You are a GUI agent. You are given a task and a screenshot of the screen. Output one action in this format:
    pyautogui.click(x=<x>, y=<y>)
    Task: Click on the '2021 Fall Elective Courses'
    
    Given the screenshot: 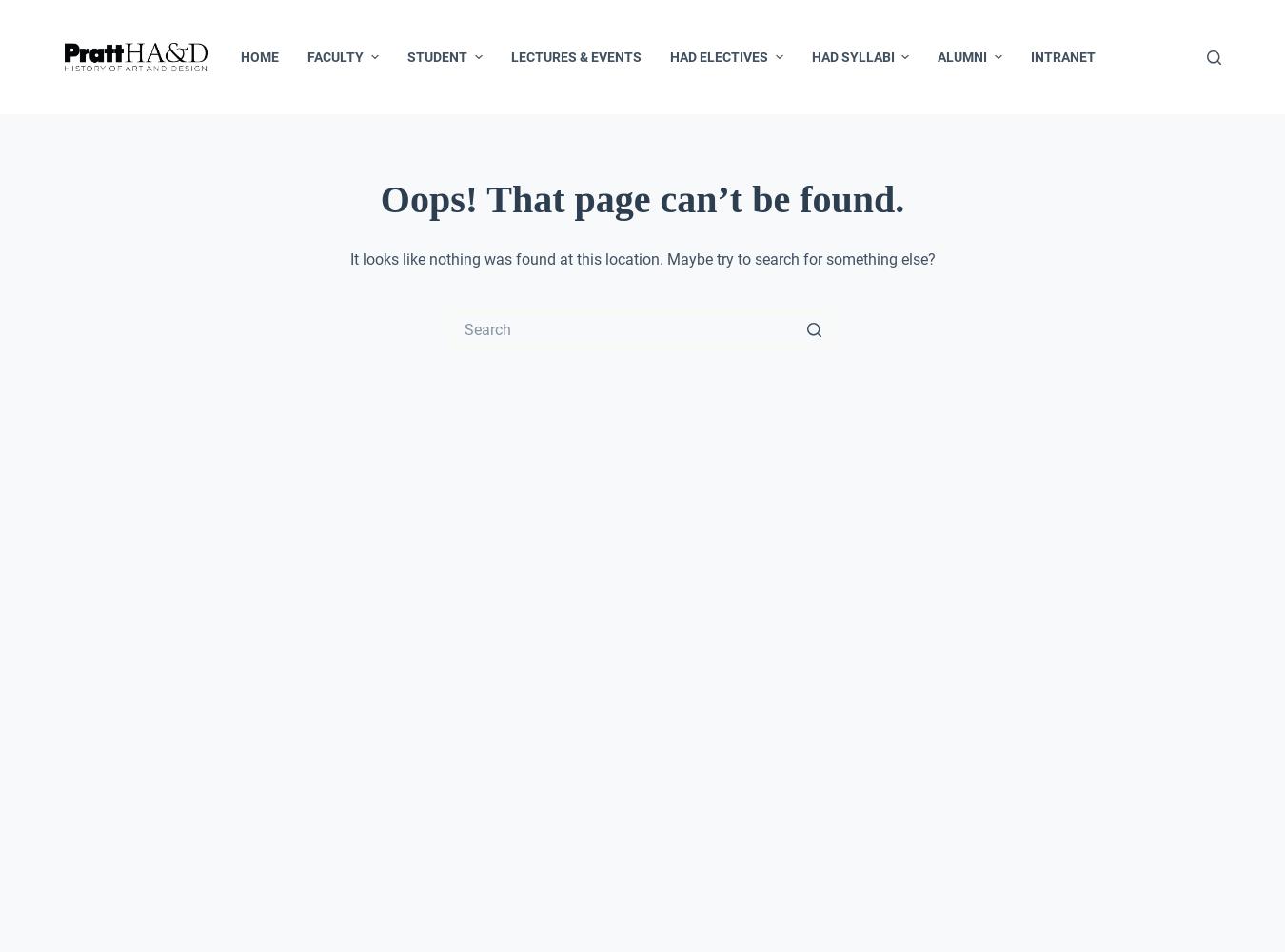 What is the action you would take?
    pyautogui.click(x=676, y=330)
    